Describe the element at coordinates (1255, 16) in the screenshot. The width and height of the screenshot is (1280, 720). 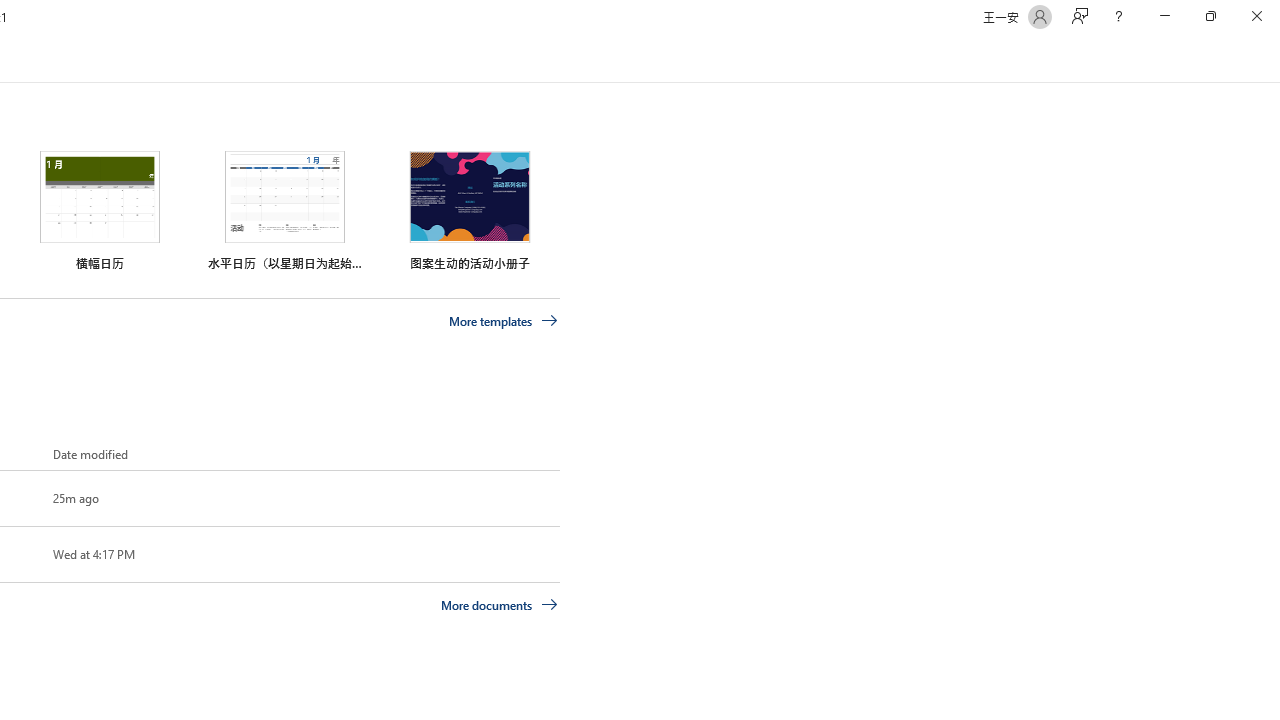
I see `'Close'` at that location.